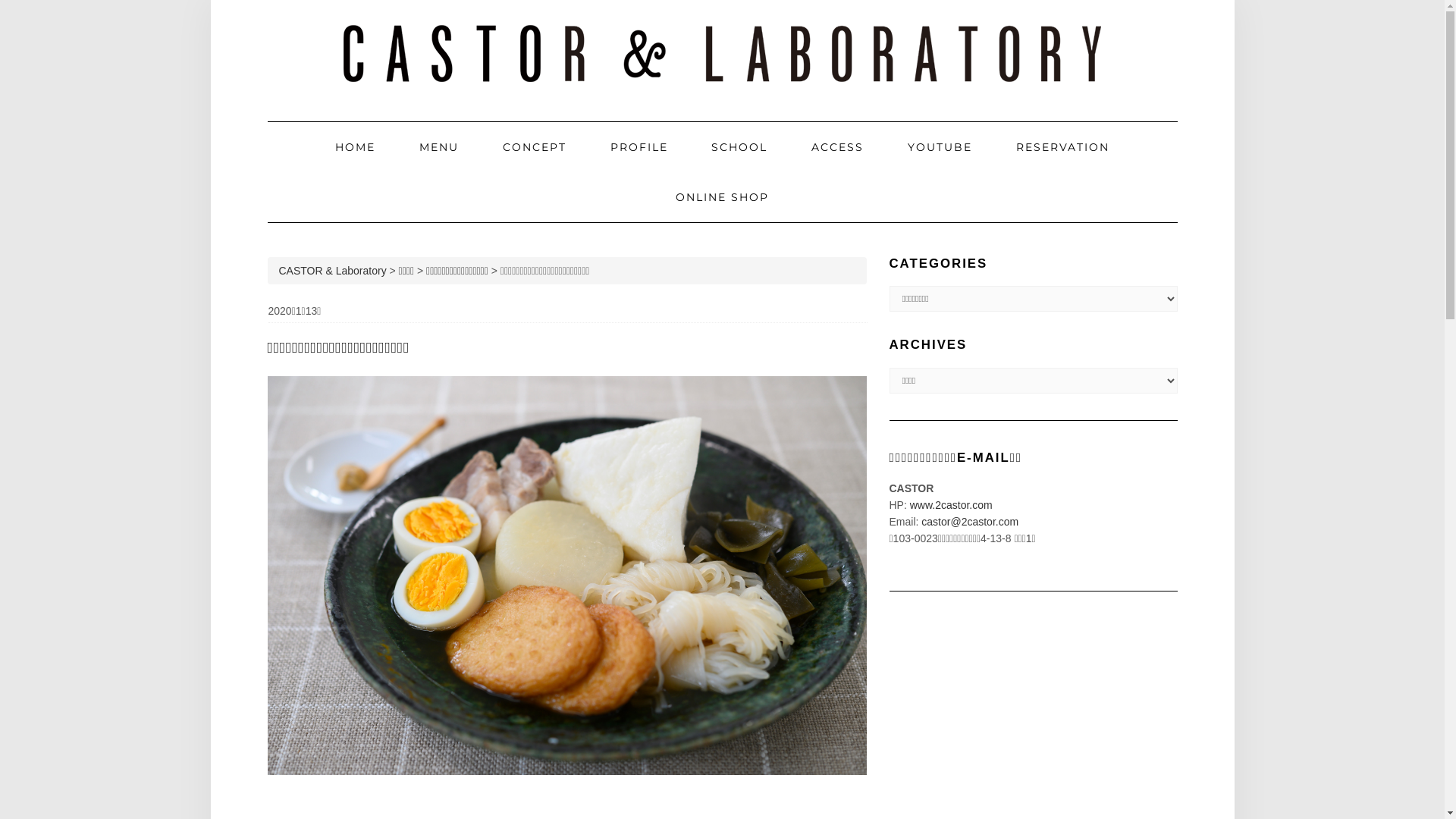  What do you see at coordinates (1062, 146) in the screenshot?
I see `'RESERVATION'` at bounding box center [1062, 146].